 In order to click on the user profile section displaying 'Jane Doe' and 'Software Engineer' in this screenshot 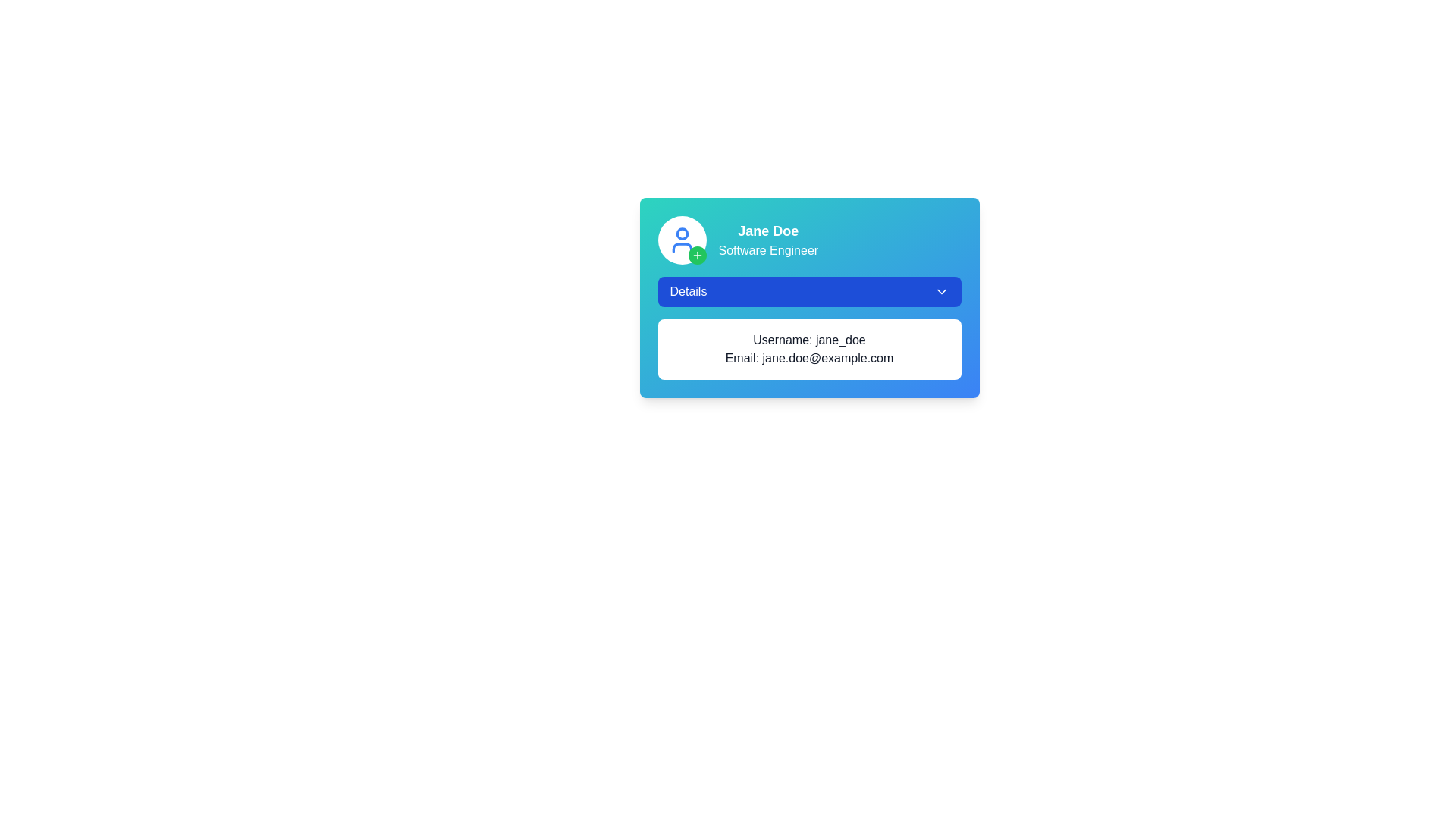, I will do `click(808, 239)`.